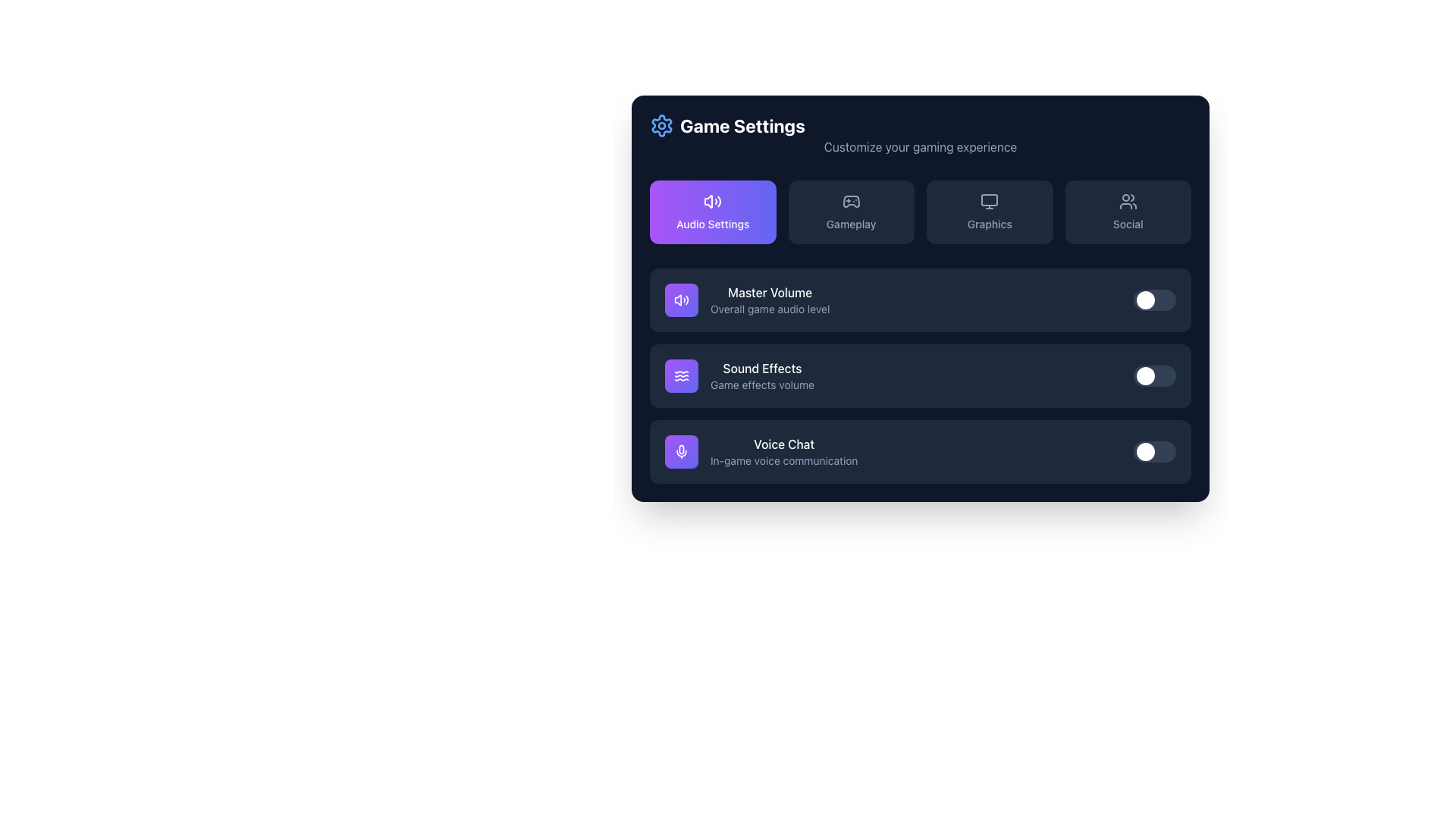 This screenshot has width=1456, height=819. I want to click on description of the in-game voice communication feature, which is the third option in the settings interface, located below 'Sound Effects' and above a toggle switch, so click(784, 451).